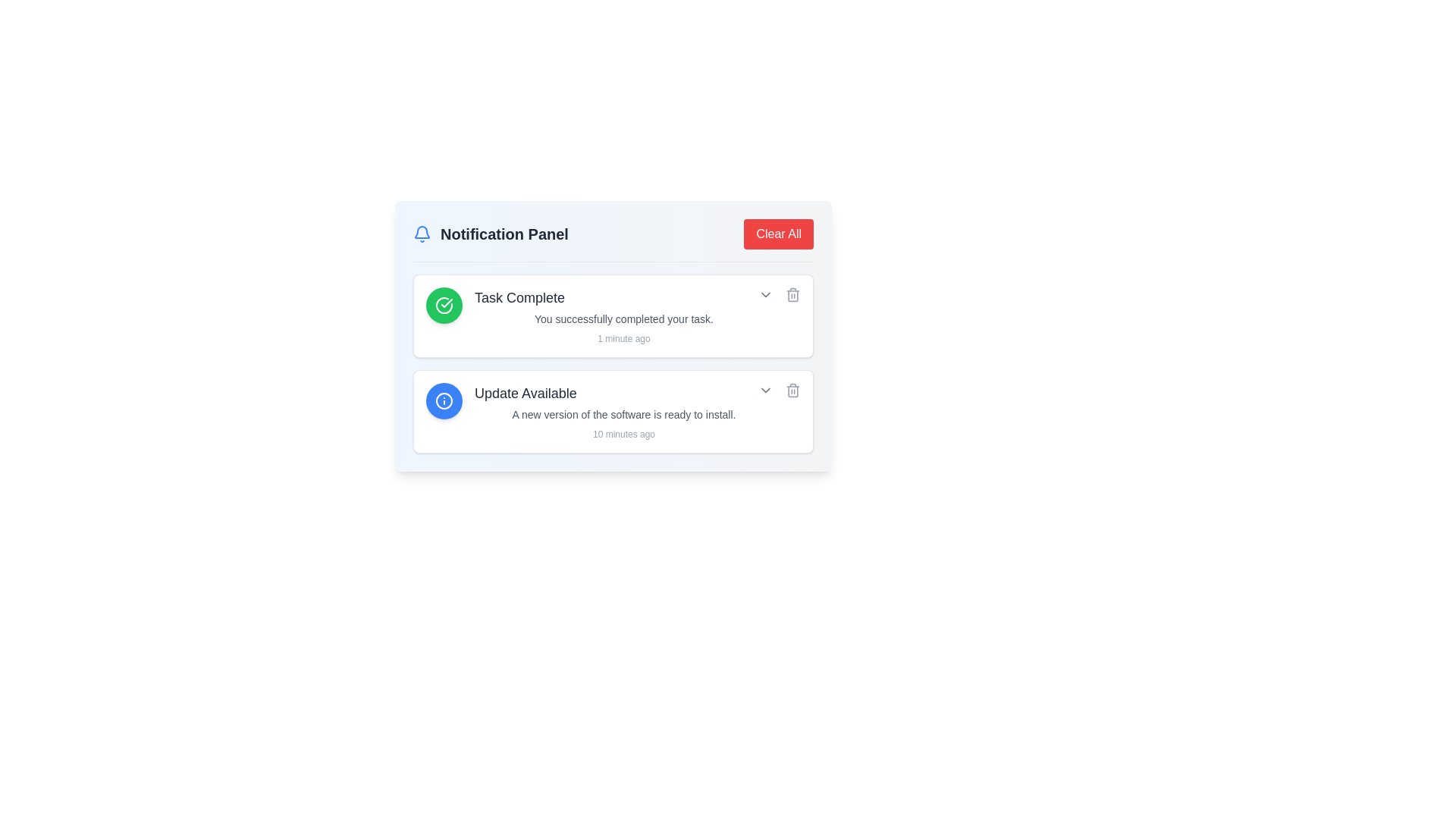 This screenshot has width=1456, height=819. Describe the element at coordinates (526, 393) in the screenshot. I see `the text element displaying 'Update Available' which is prominently located within a notification card` at that location.